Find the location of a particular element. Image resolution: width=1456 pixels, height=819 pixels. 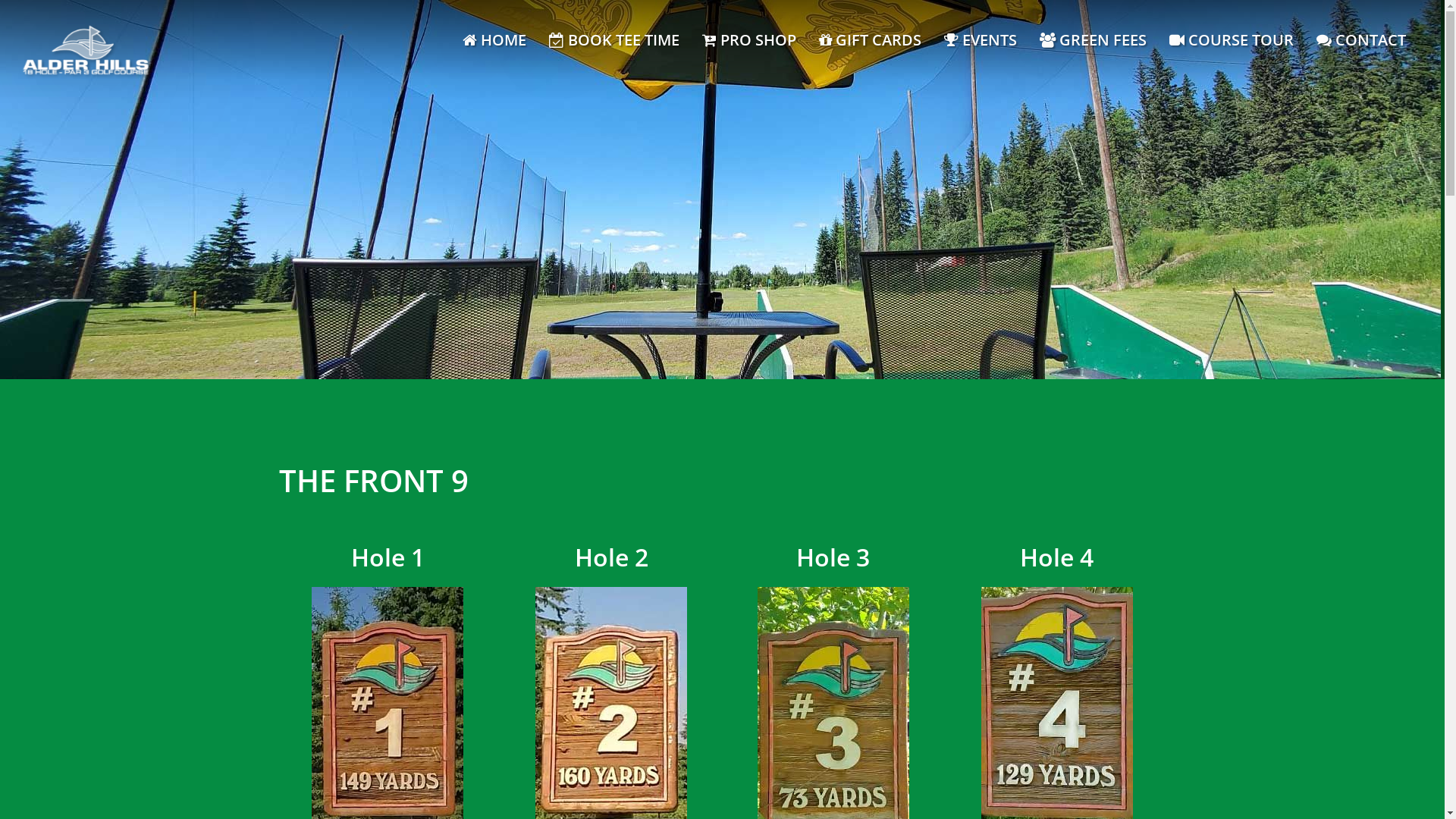

'COURSE TOUR' is located at coordinates (1231, 39).